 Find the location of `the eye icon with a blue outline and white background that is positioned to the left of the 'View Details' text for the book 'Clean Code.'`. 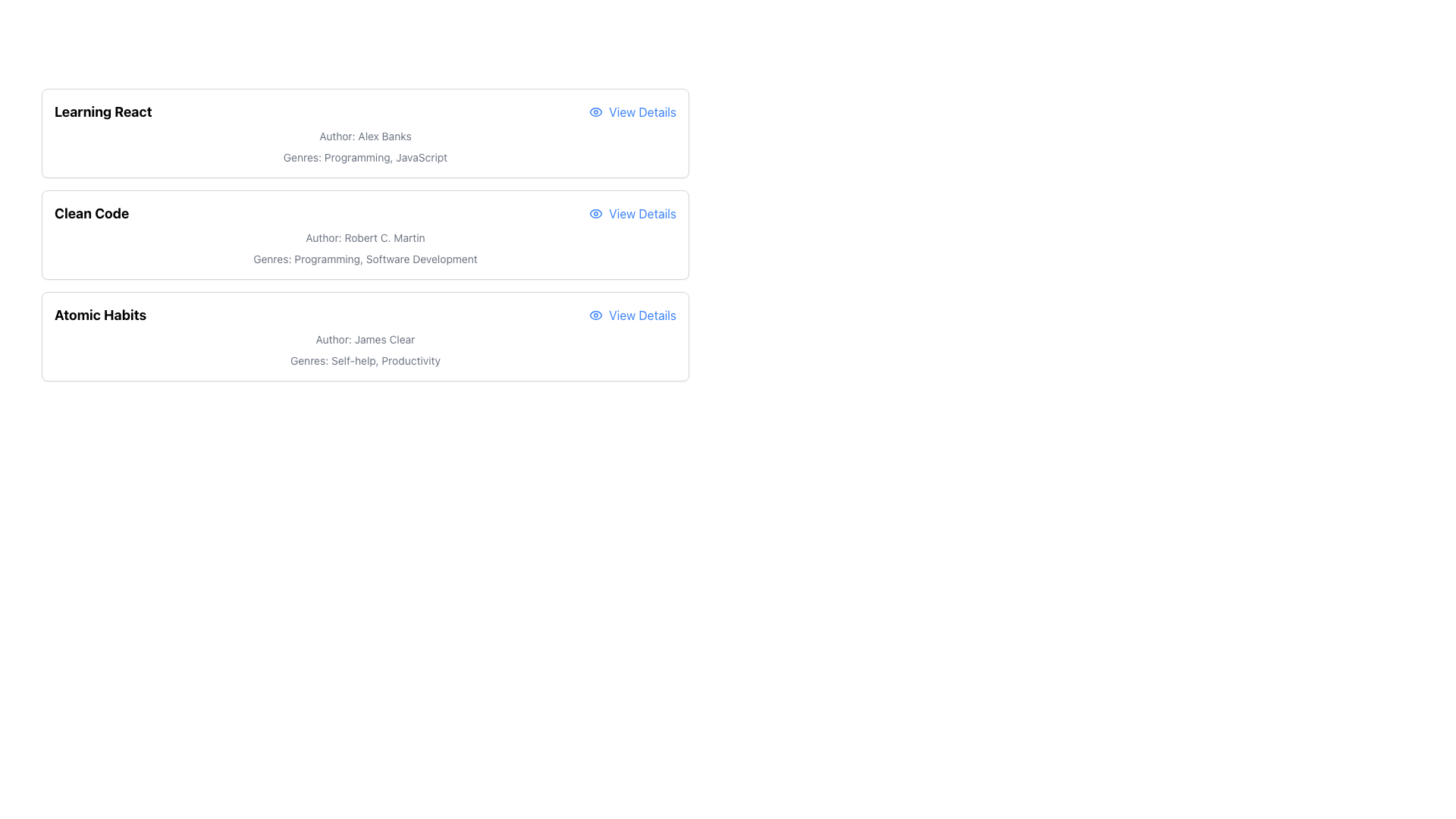

the eye icon with a blue outline and white background that is positioned to the left of the 'View Details' text for the book 'Clean Code.' is located at coordinates (595, 213).